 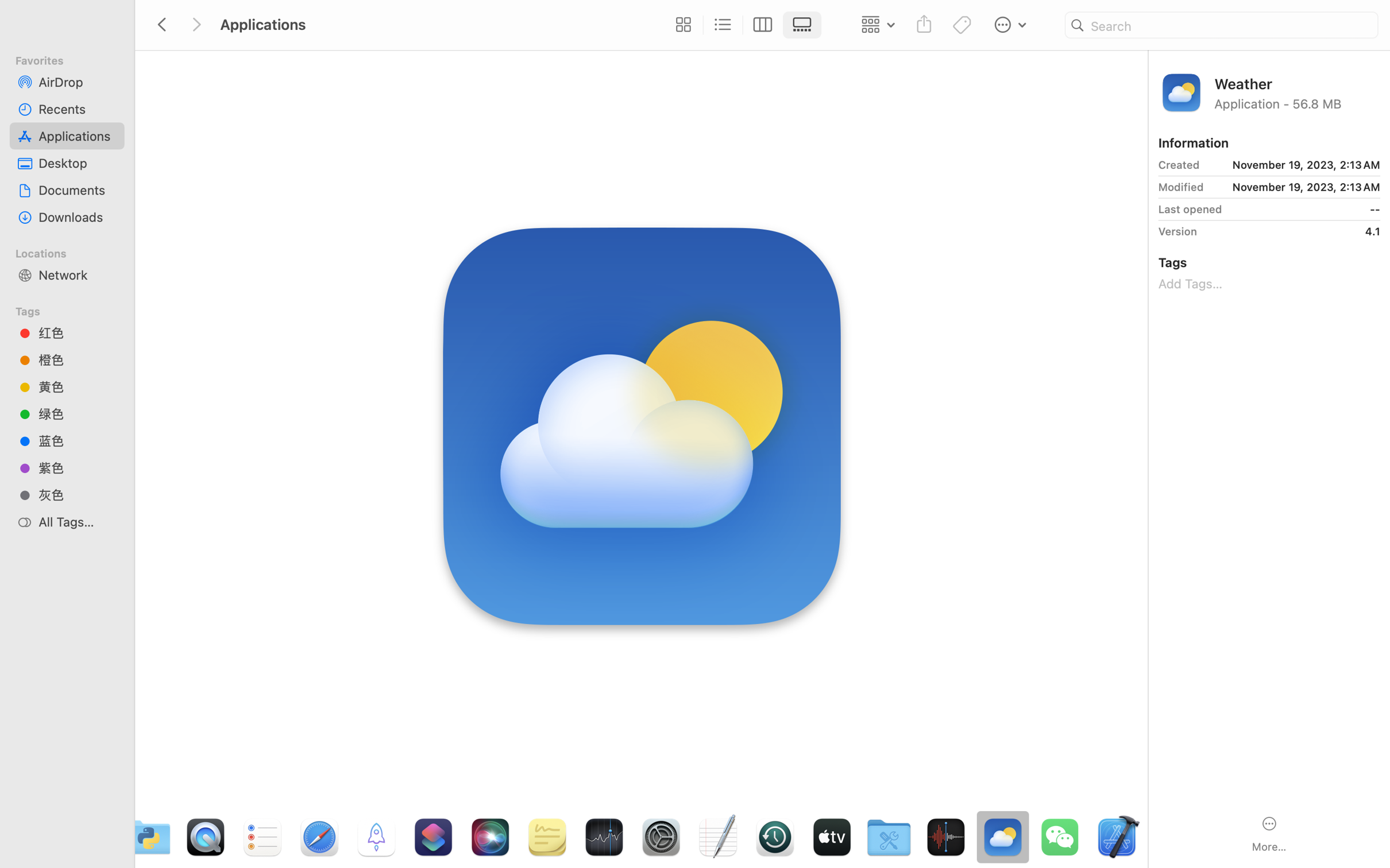 I want to click on 'Weather', so click(x=1297, y=83).